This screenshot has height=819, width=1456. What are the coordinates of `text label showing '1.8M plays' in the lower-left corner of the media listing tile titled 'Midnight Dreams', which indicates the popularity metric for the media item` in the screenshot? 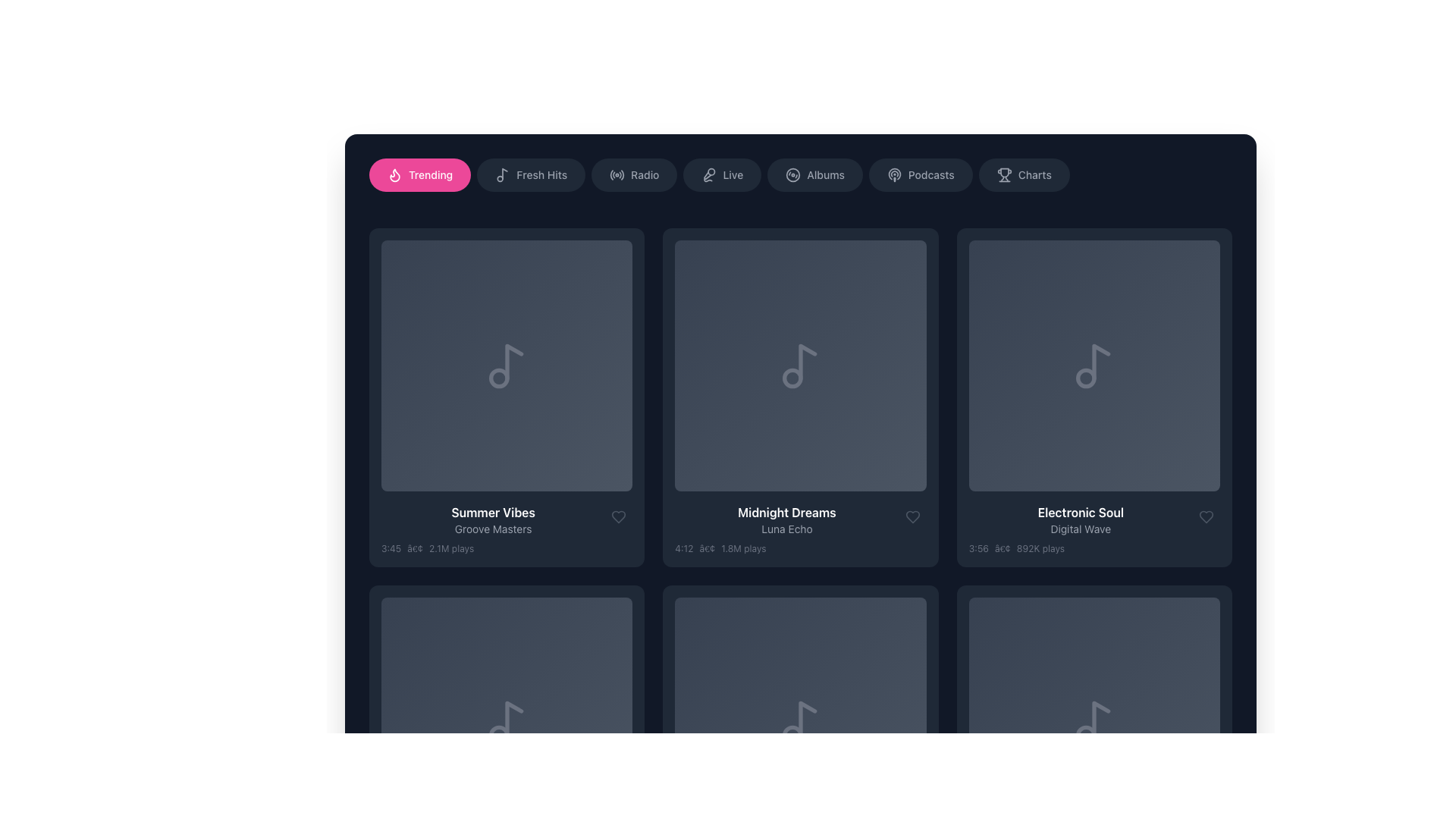 It's located at (743, 549).